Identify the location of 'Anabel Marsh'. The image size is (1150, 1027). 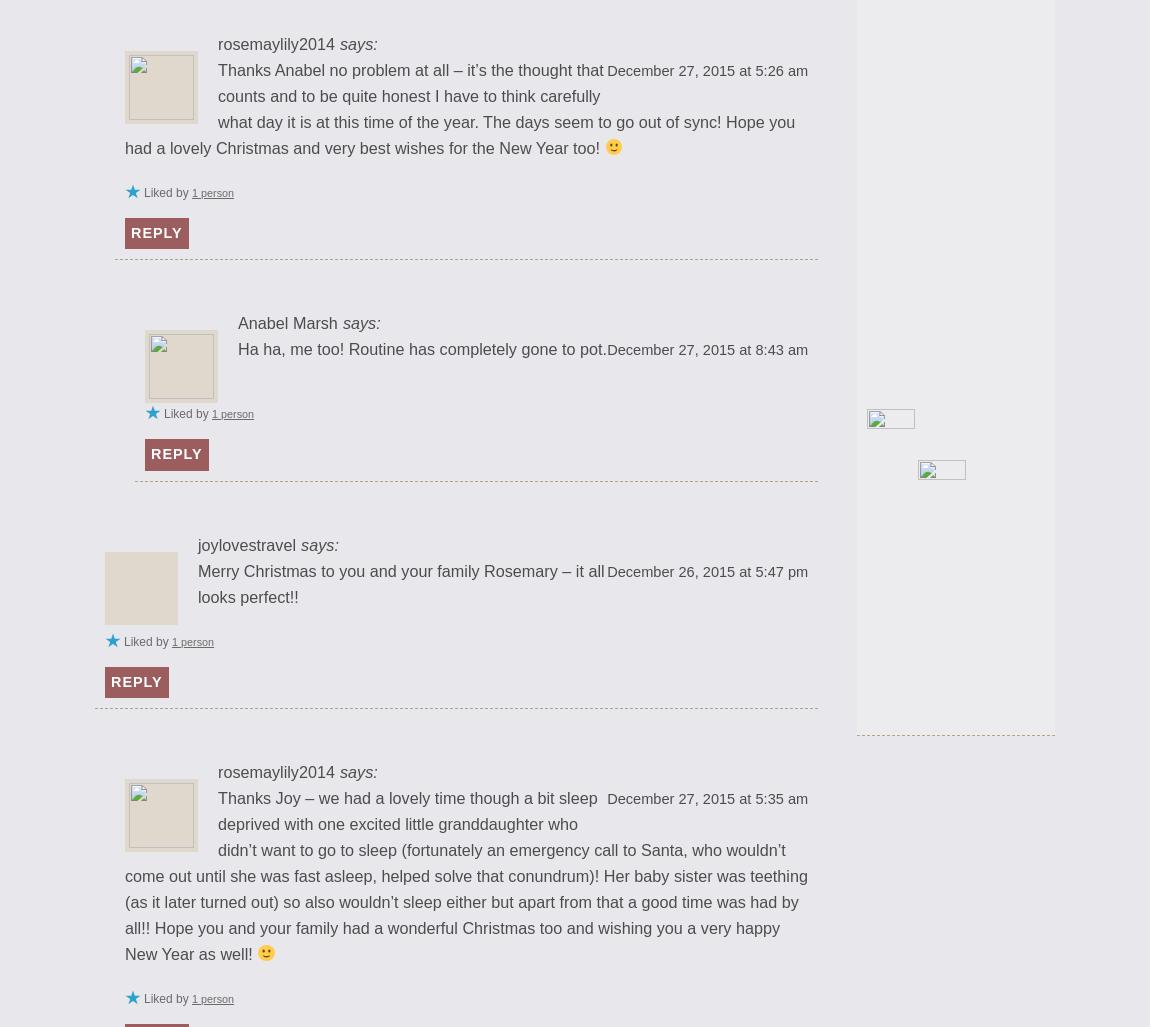
(286, 321).